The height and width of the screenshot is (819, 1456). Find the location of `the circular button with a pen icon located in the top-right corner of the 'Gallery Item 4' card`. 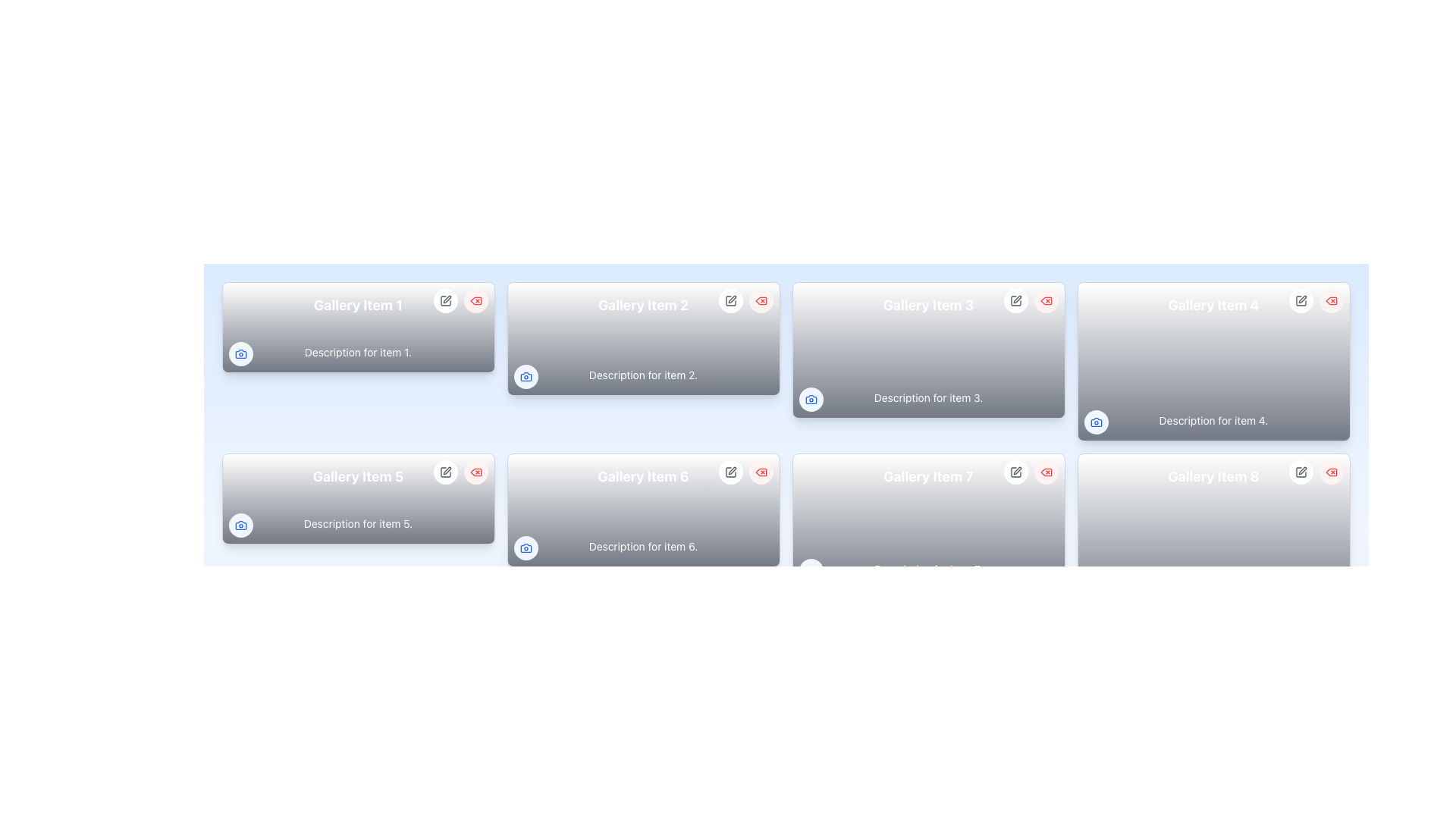

the circular button with a pen icon located in the top-right corner of the 'Gallery Item 4' card is located at coordinates (1300, 301).